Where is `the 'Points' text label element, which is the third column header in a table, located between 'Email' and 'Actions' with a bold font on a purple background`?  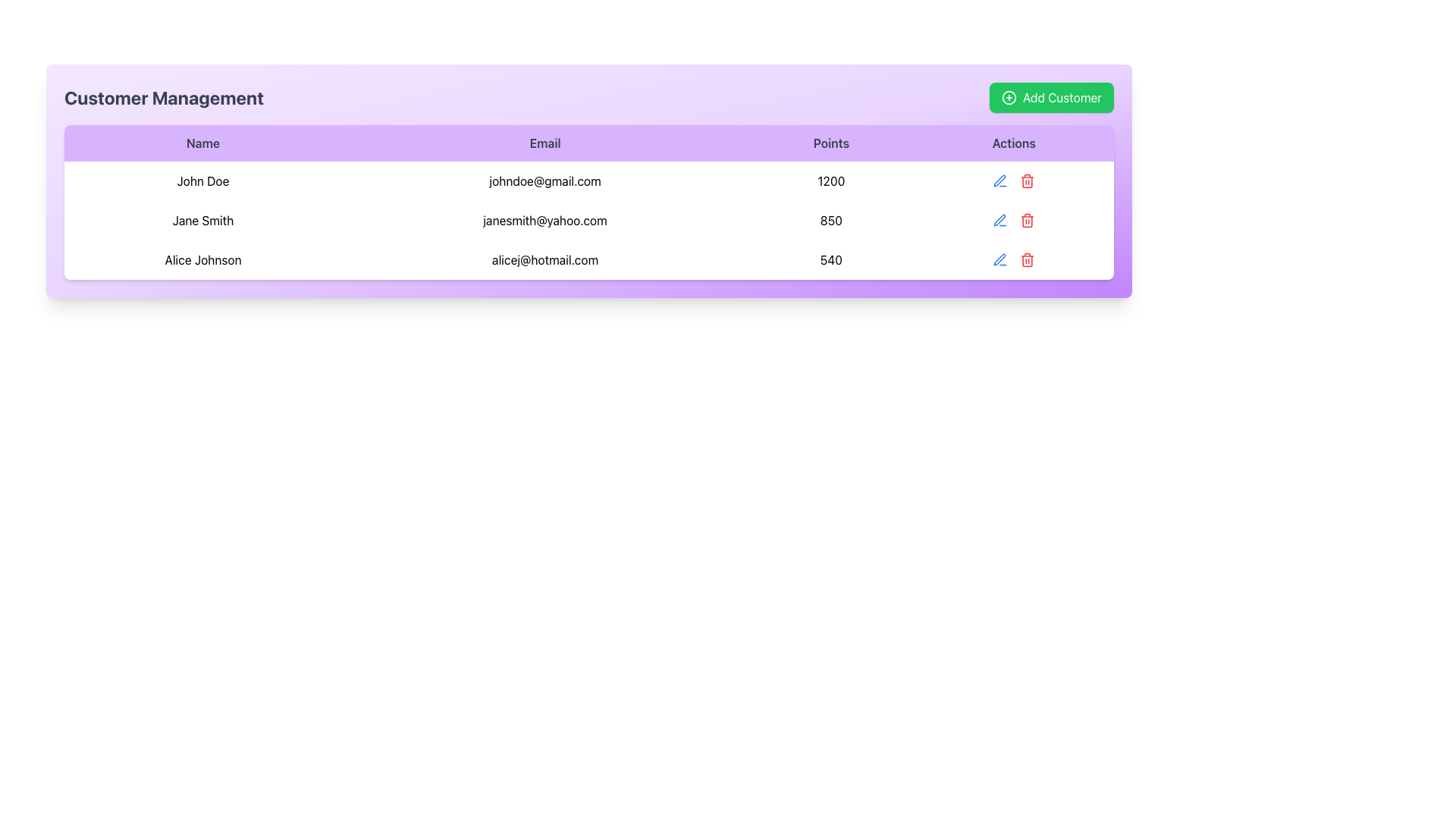
the 'Points' text label element, which is the third column header in a table, located between 'Email' and 'Actions' with a bold font on a purple background is located at coordinates (830, 143).